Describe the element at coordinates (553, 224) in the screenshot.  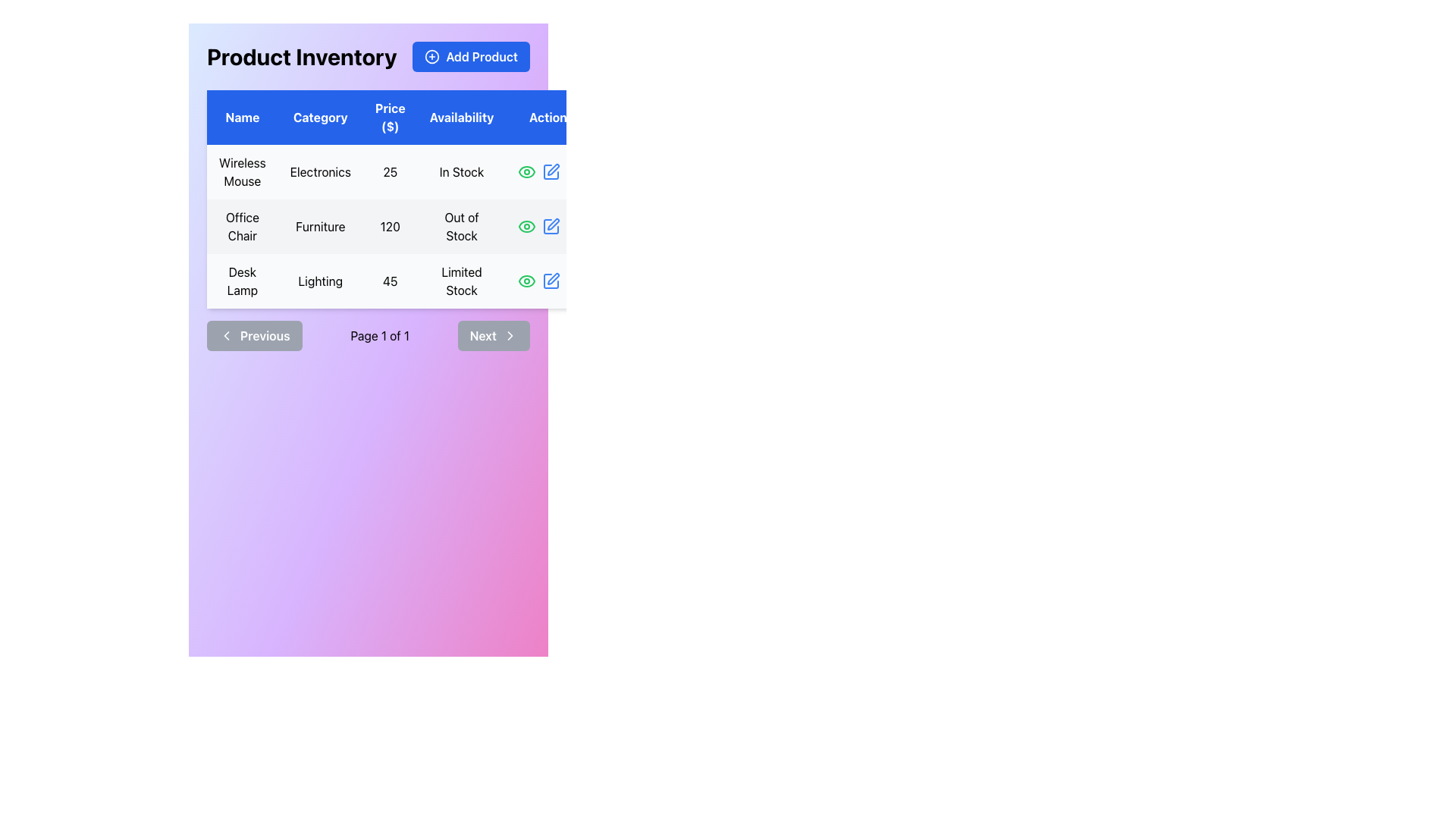
I see `the edit icon in the Action column of the second row to initiate editing for the 'Office Chair' entry` at that location.